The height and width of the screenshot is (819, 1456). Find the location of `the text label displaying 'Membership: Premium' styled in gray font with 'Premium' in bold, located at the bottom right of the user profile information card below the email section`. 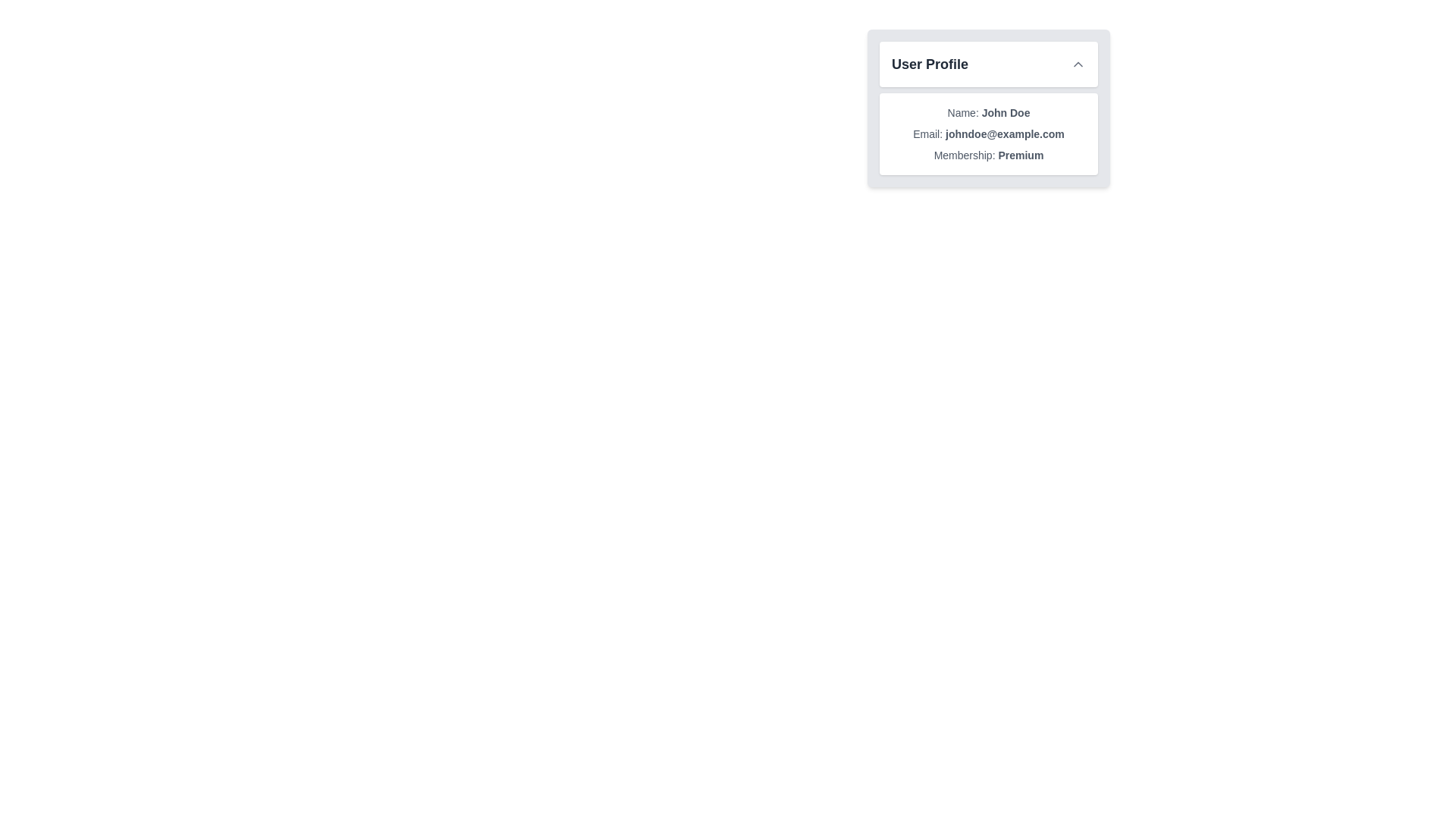

the text label displaying 'Membership: Premium' styled in gray font with 'Premium' in bold, located at the bottom right of the user profile information card below the email section is located at coordinates (989, 155).